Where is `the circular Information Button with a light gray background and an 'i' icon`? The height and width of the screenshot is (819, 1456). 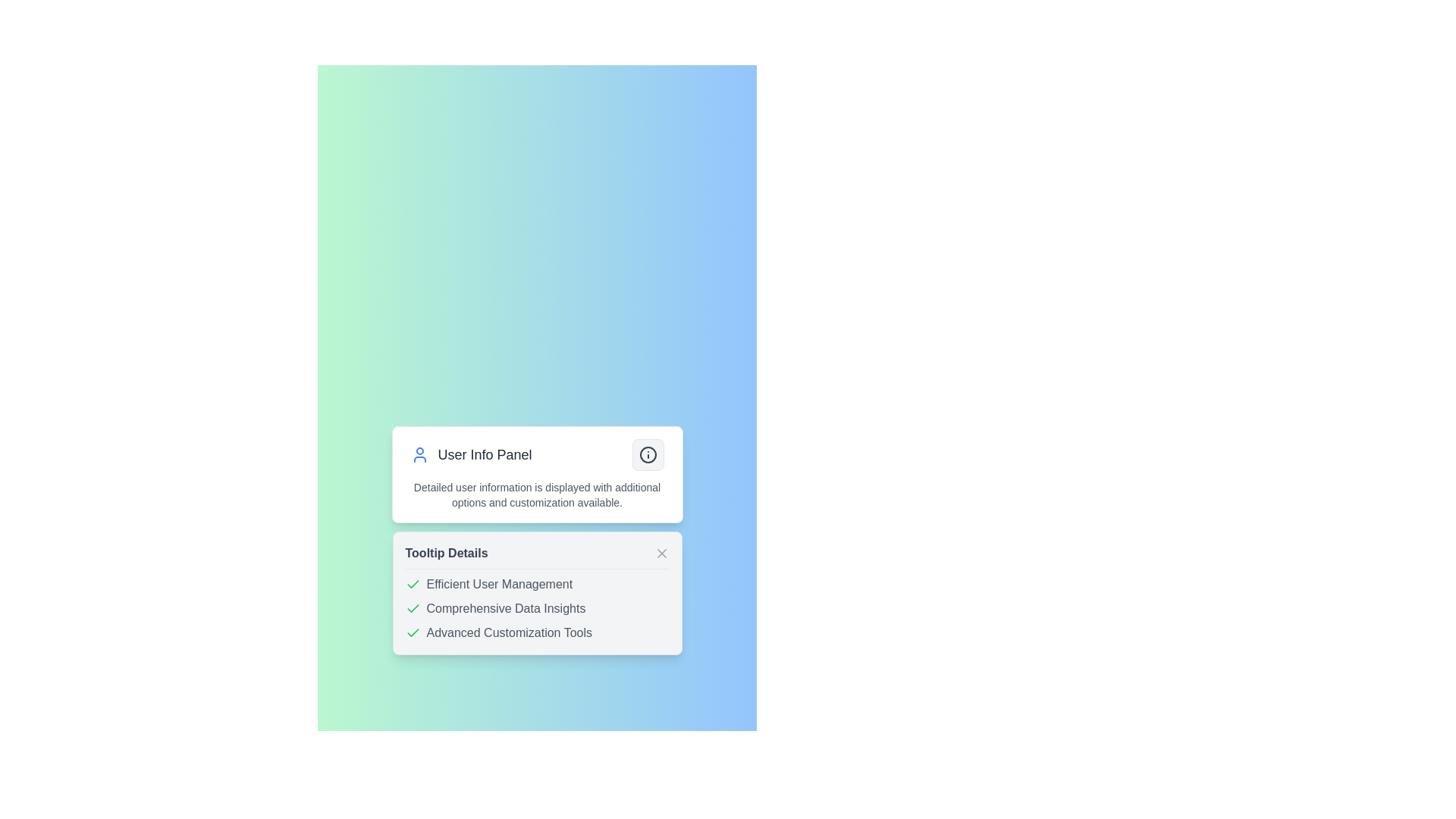
the circular Information Button with a light gray background and an 'i' icon is located at coordinates (648, 454).